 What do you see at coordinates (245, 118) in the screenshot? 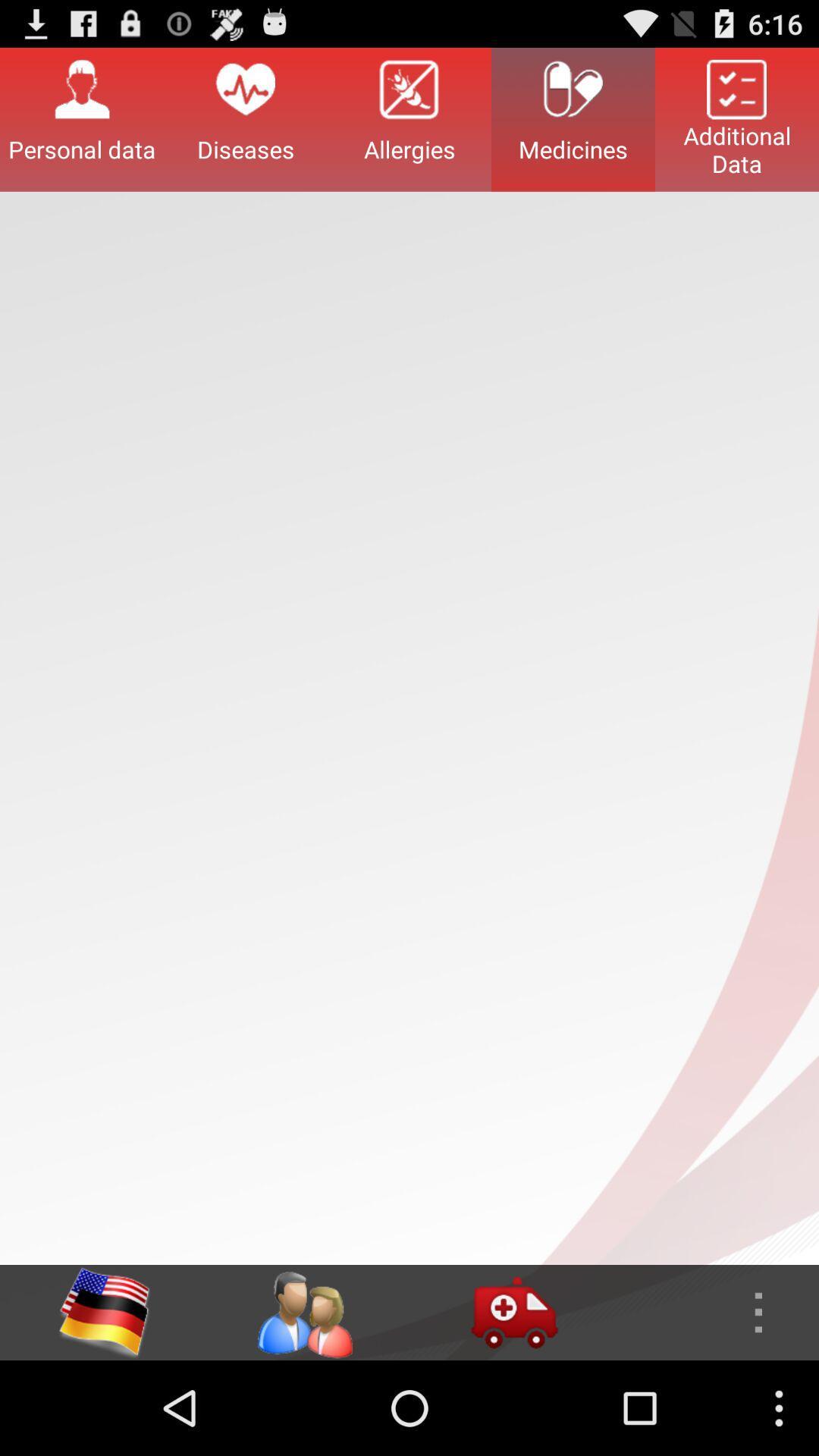
I see `icon to the left of the allergies` at bounding box center [245, 118].